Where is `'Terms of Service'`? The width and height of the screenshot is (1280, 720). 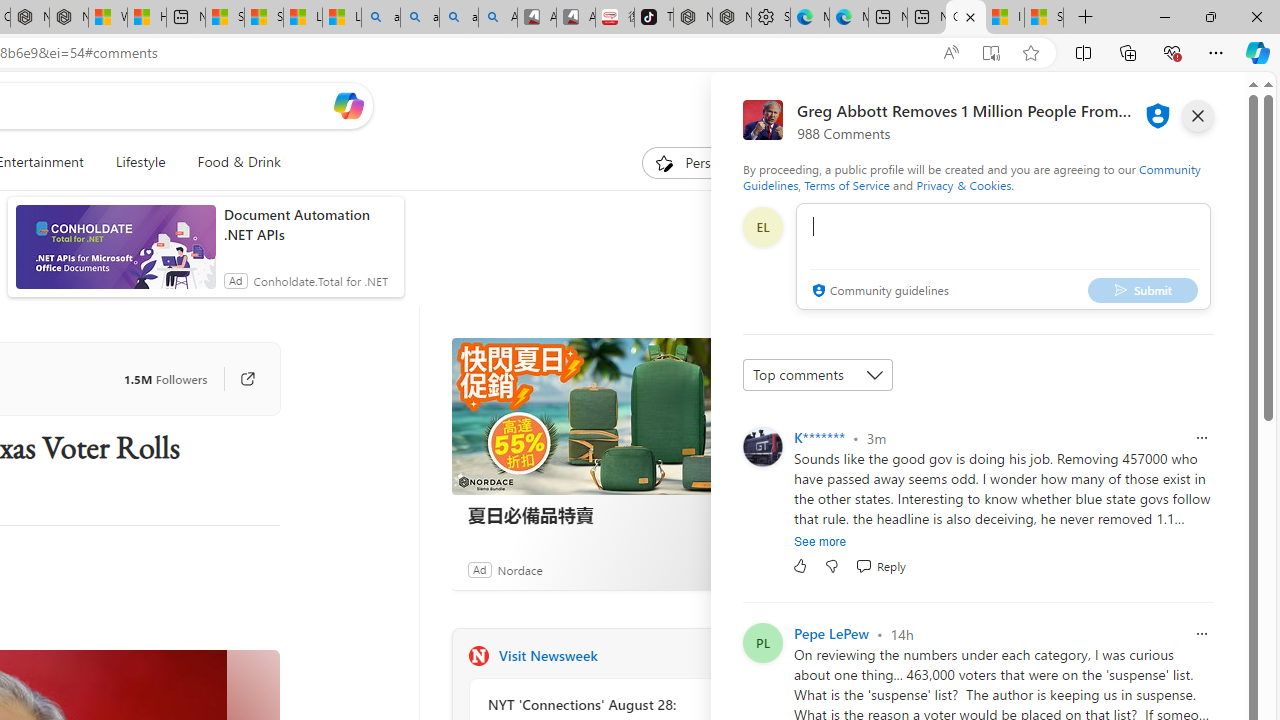
'Terms of Service' is located at coordinates (846, 185).